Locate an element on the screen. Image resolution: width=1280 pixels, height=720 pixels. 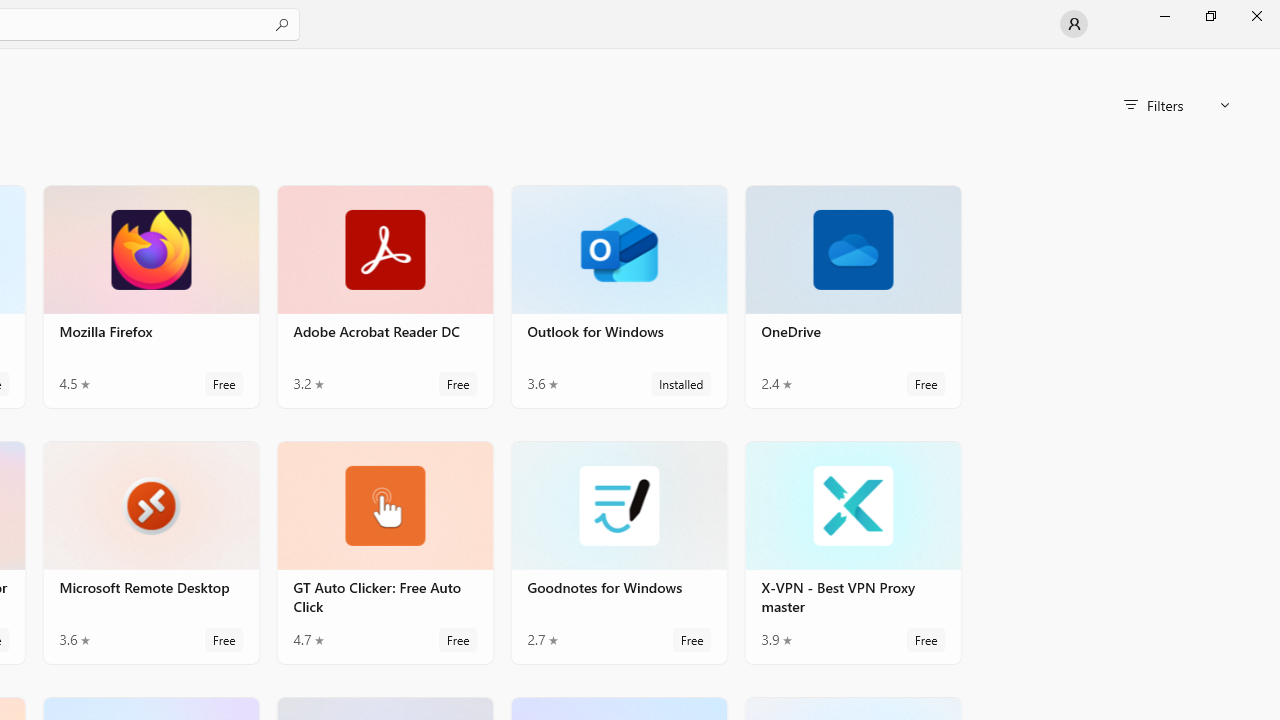
'OneDrive. Average rating of 2.4 out of five stars. Free  ' is located at coordinates (853, 296).